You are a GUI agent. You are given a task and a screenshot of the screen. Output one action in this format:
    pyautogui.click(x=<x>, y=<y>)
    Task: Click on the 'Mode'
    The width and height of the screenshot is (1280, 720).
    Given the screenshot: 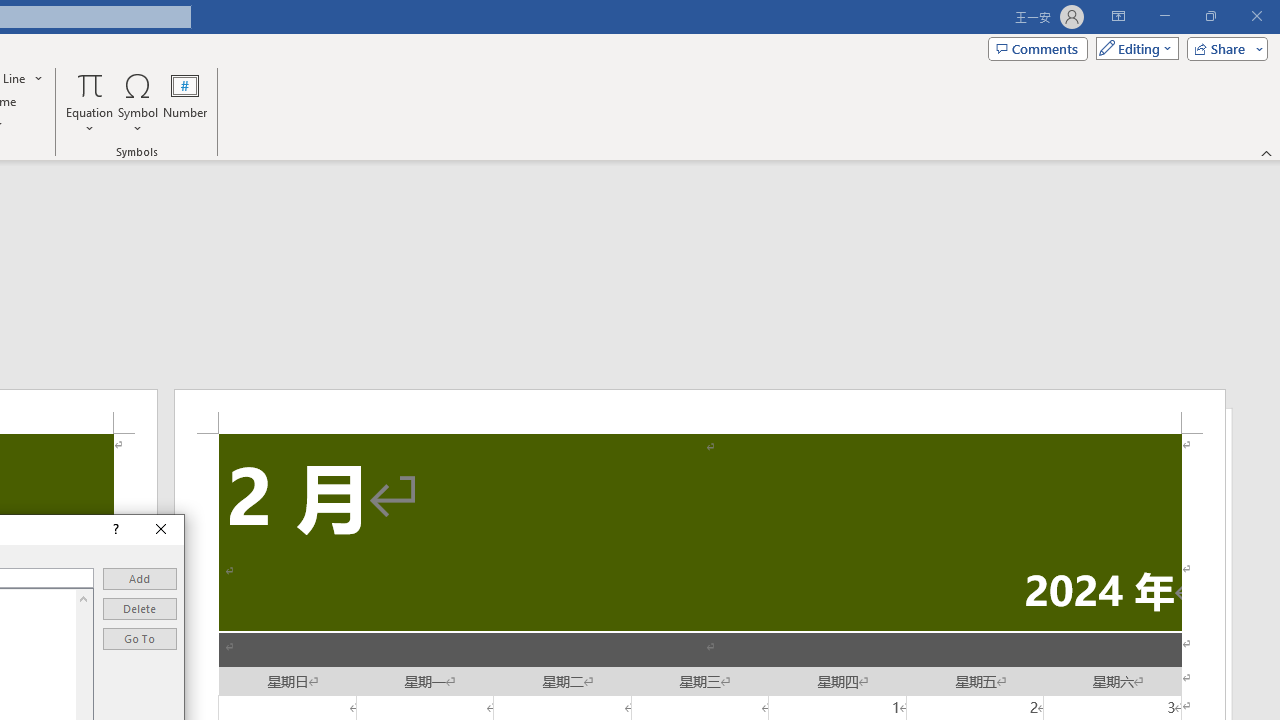 What is the action you would take?
    pyautogui.click(x=1133, y=47)
    